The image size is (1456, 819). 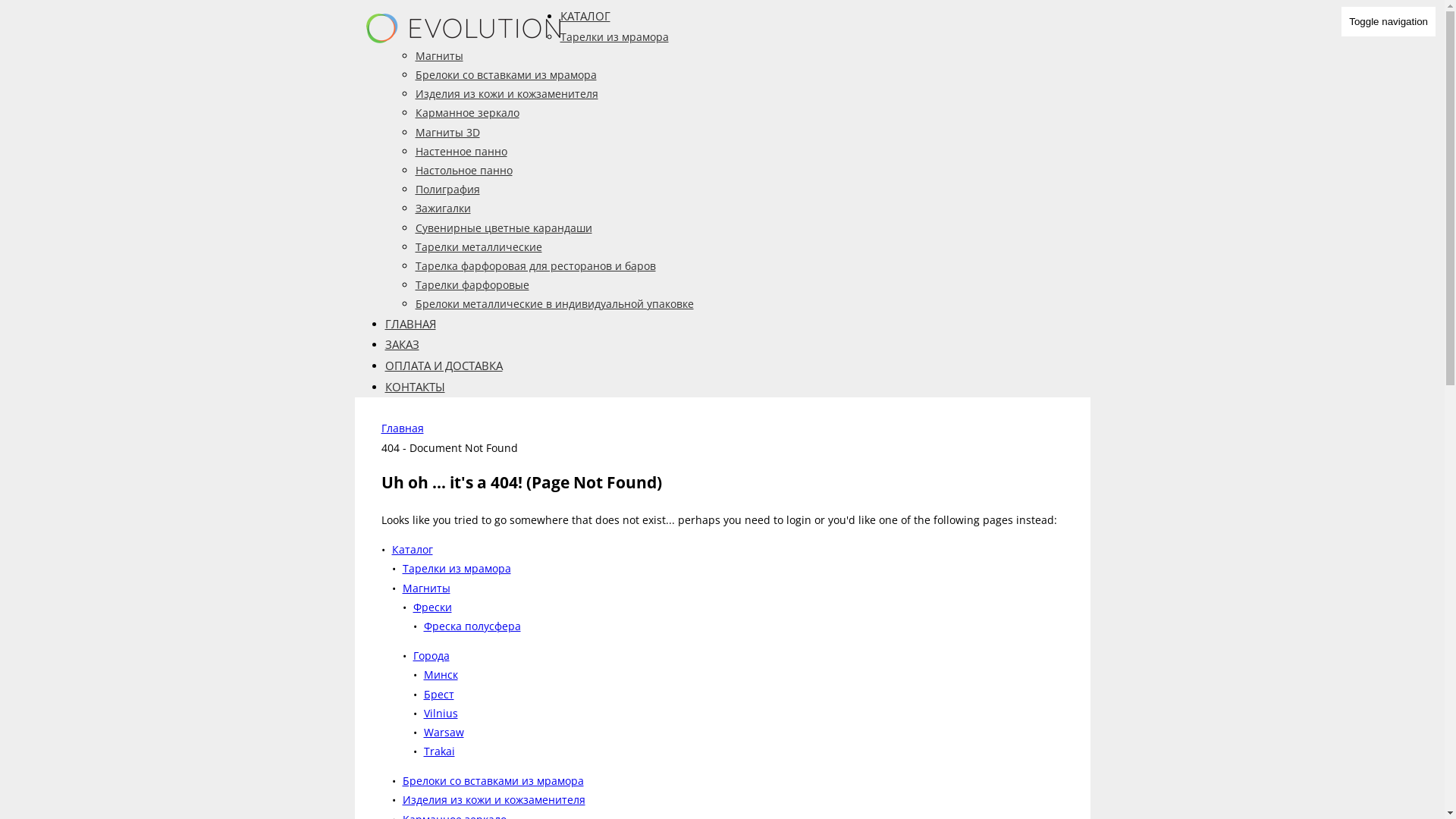 What do you see at coordinates (1339, 21) in the screenshot?
I see `'Toggle navigation'` at bounding box center [1339, 21].